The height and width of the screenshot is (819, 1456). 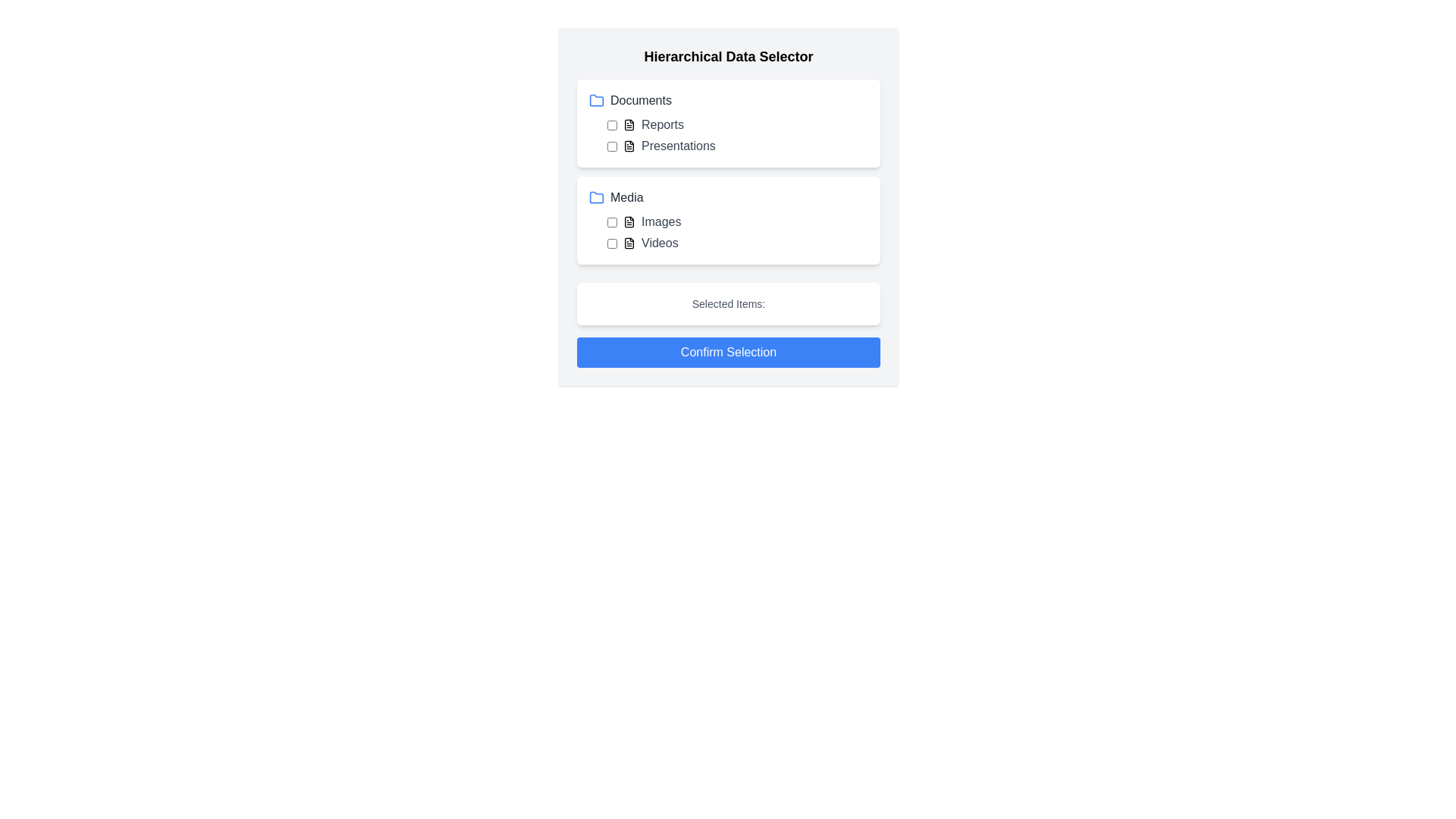 What do you see at coordinates (728, 220) in the screenshot?
I see `the checkbox next to 'Images' in the hierarchical selection list titled 'Media', which is positioned below the 'Documents' section` at bounding box center [728, 220].